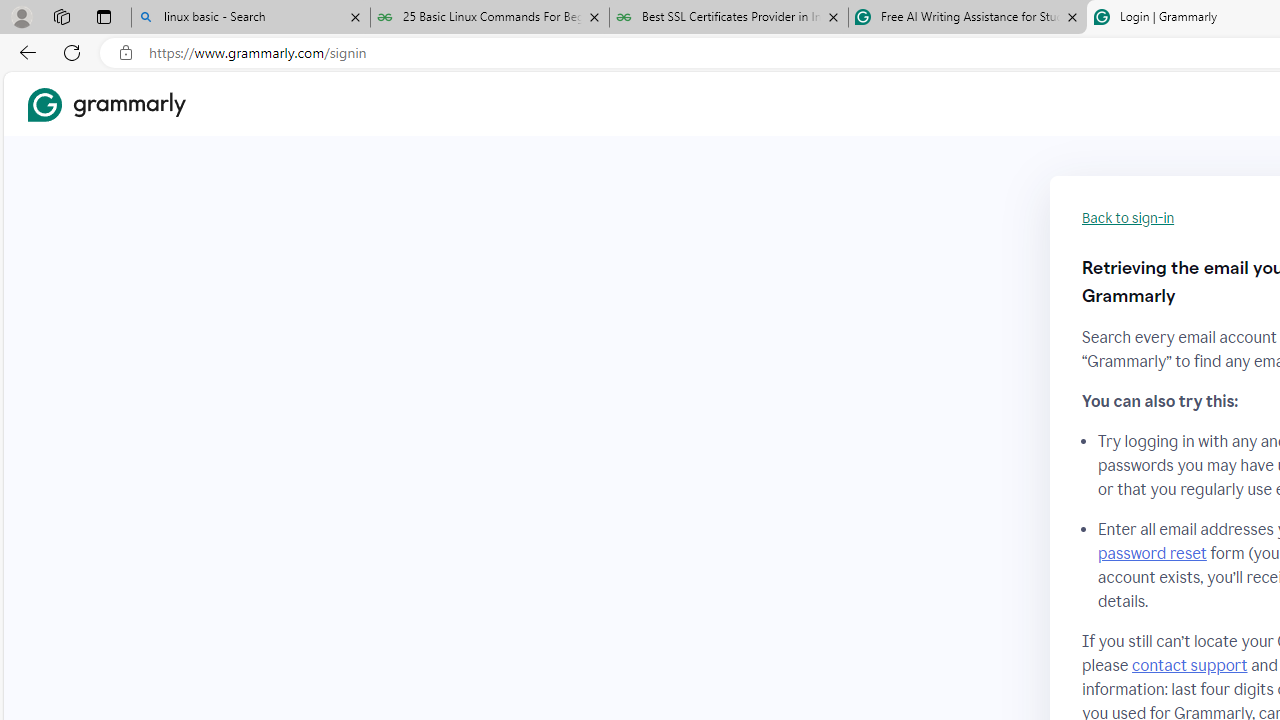 The width and height of the screenshot is (1280, 720). Describe the element at coordinates (728, 17) in the screenshot. I see `'Best SSL Certificates Provider in India - GeeksforGeeks'` at that location.